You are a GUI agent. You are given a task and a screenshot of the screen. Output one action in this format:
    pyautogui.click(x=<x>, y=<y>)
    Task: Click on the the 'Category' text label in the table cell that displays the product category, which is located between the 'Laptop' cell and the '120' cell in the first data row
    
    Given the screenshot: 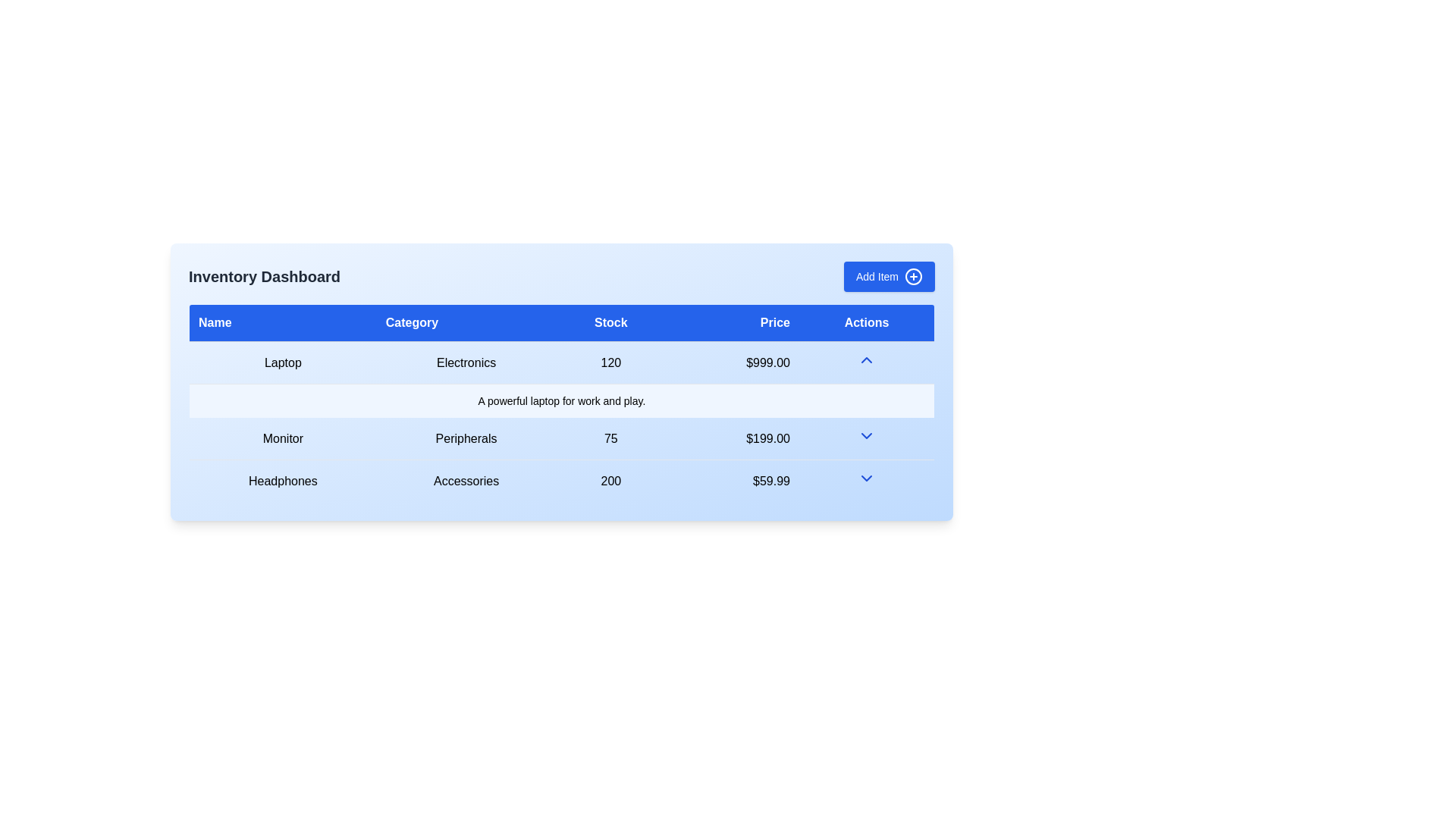 What is the action you would take?
    pyautogui.click(x=466, y=362)
    